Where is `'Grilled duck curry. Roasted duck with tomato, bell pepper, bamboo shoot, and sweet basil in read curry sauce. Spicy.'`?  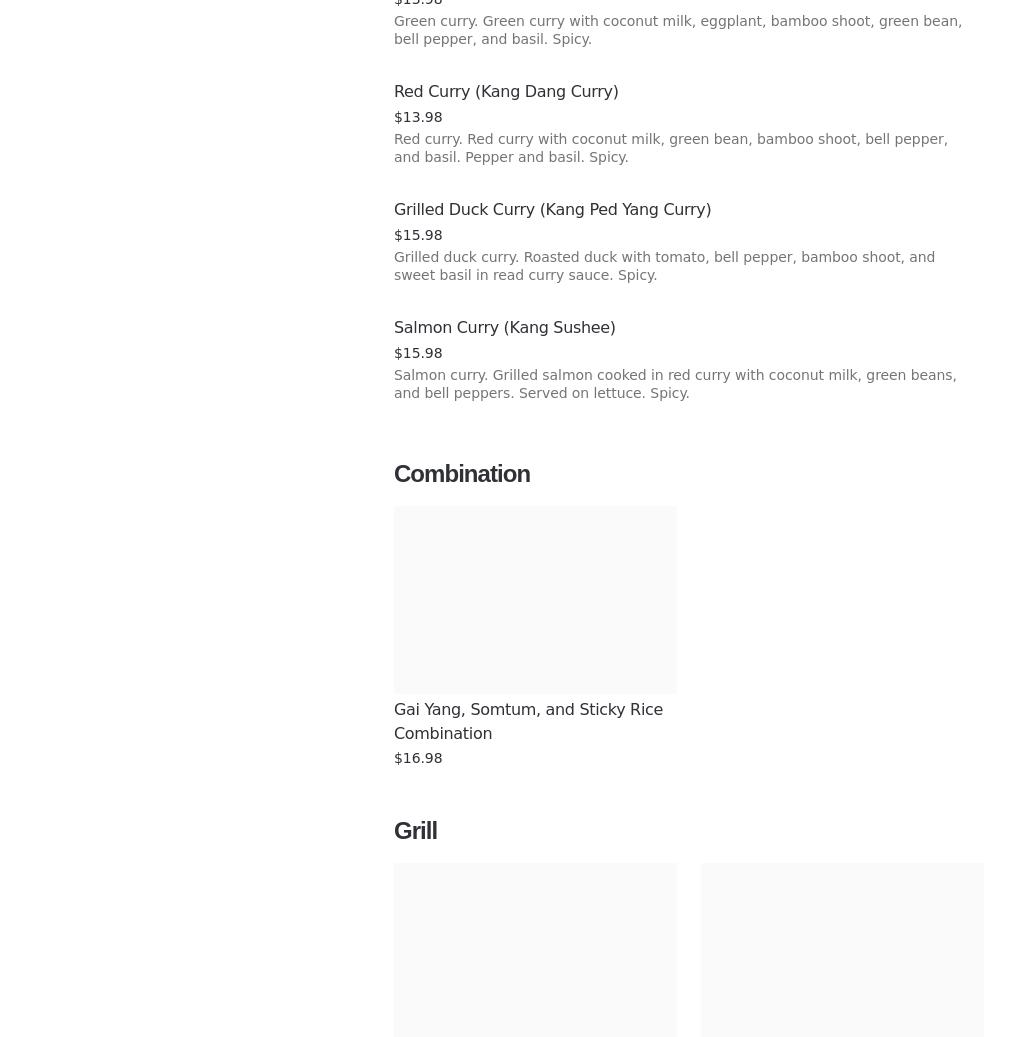 'Grilled duck curry. Roasted duck with tomato, bell pepper, bamboo shoot, and sweet basil in read curry sauce. Spicy.' is located at coordinates (663, 264).